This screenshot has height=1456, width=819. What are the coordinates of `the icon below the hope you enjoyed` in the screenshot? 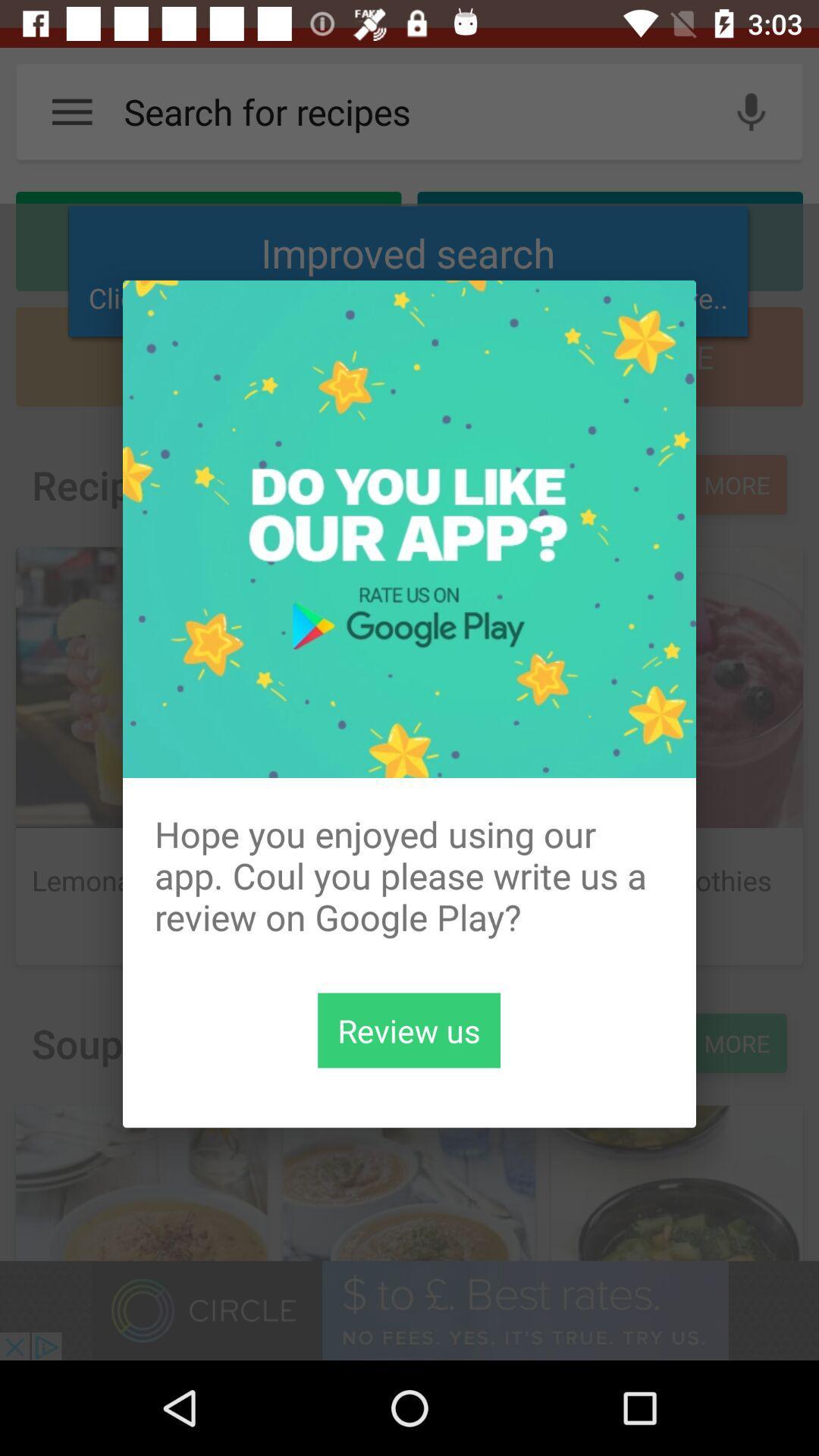 It's located at (408, 1030).